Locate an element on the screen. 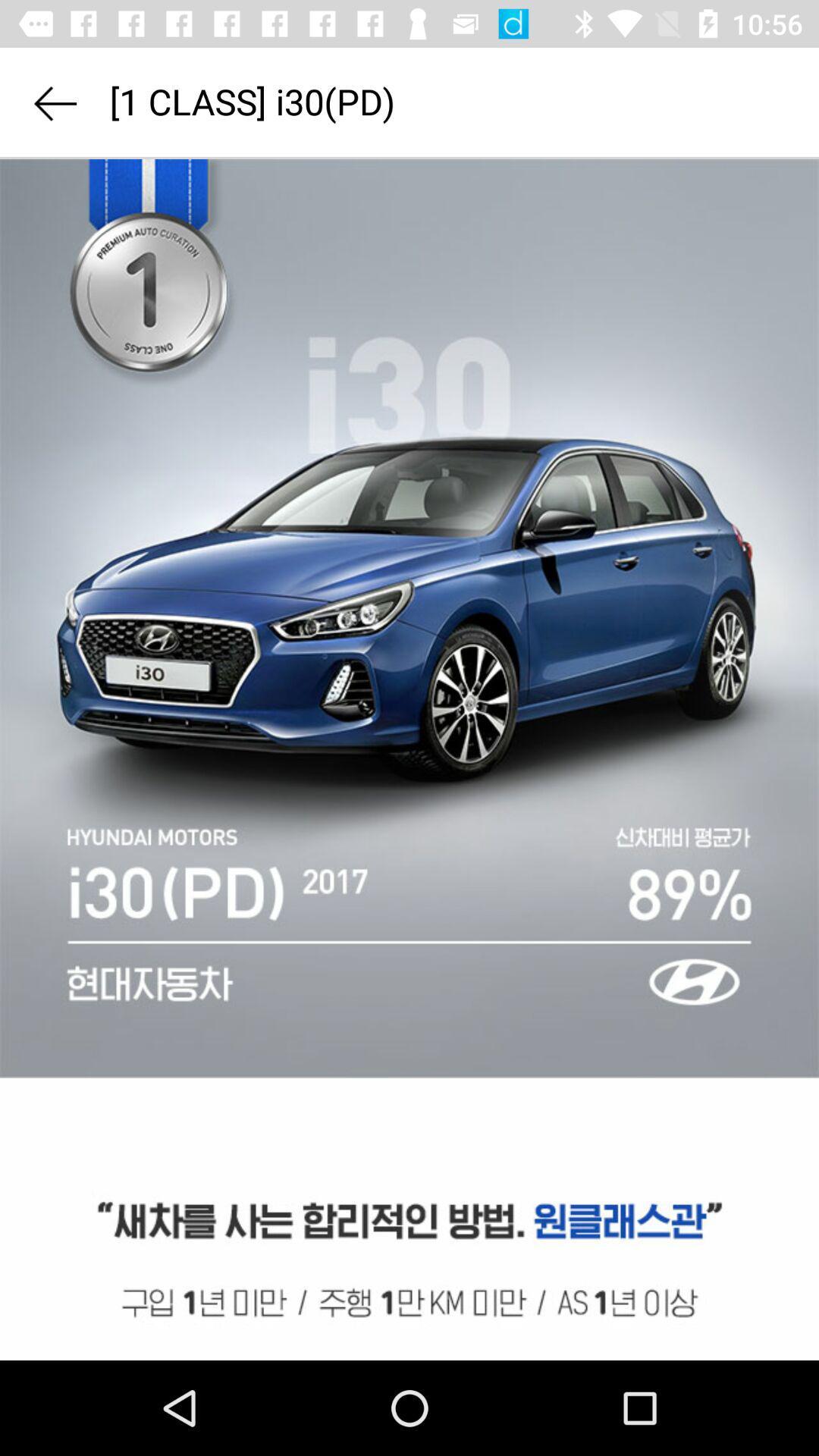 The height and width of the screenshot is (1456, 819). go back is located at coordinates (54, 102).